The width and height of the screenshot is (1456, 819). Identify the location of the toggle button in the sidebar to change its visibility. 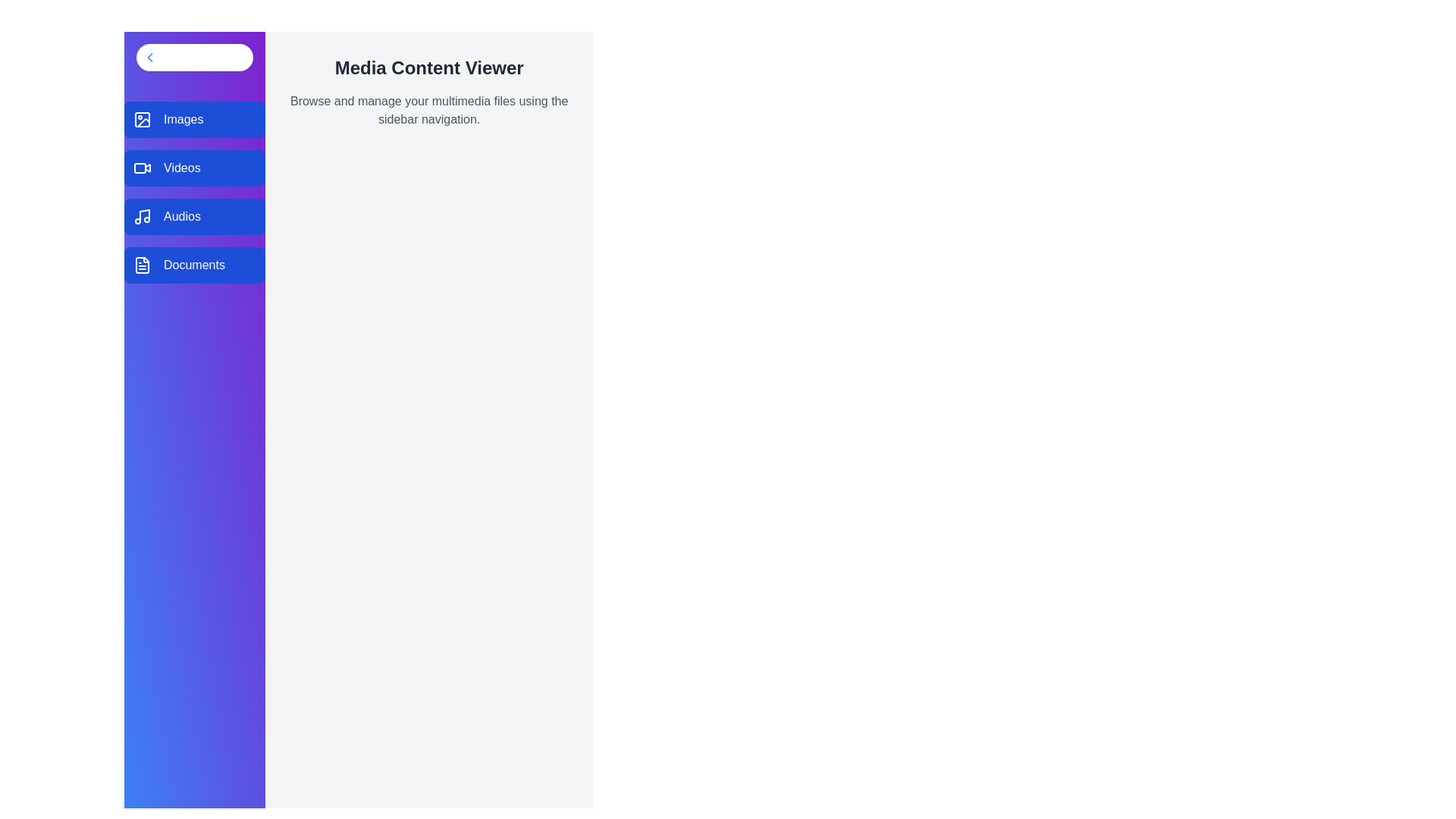
(194, 57).